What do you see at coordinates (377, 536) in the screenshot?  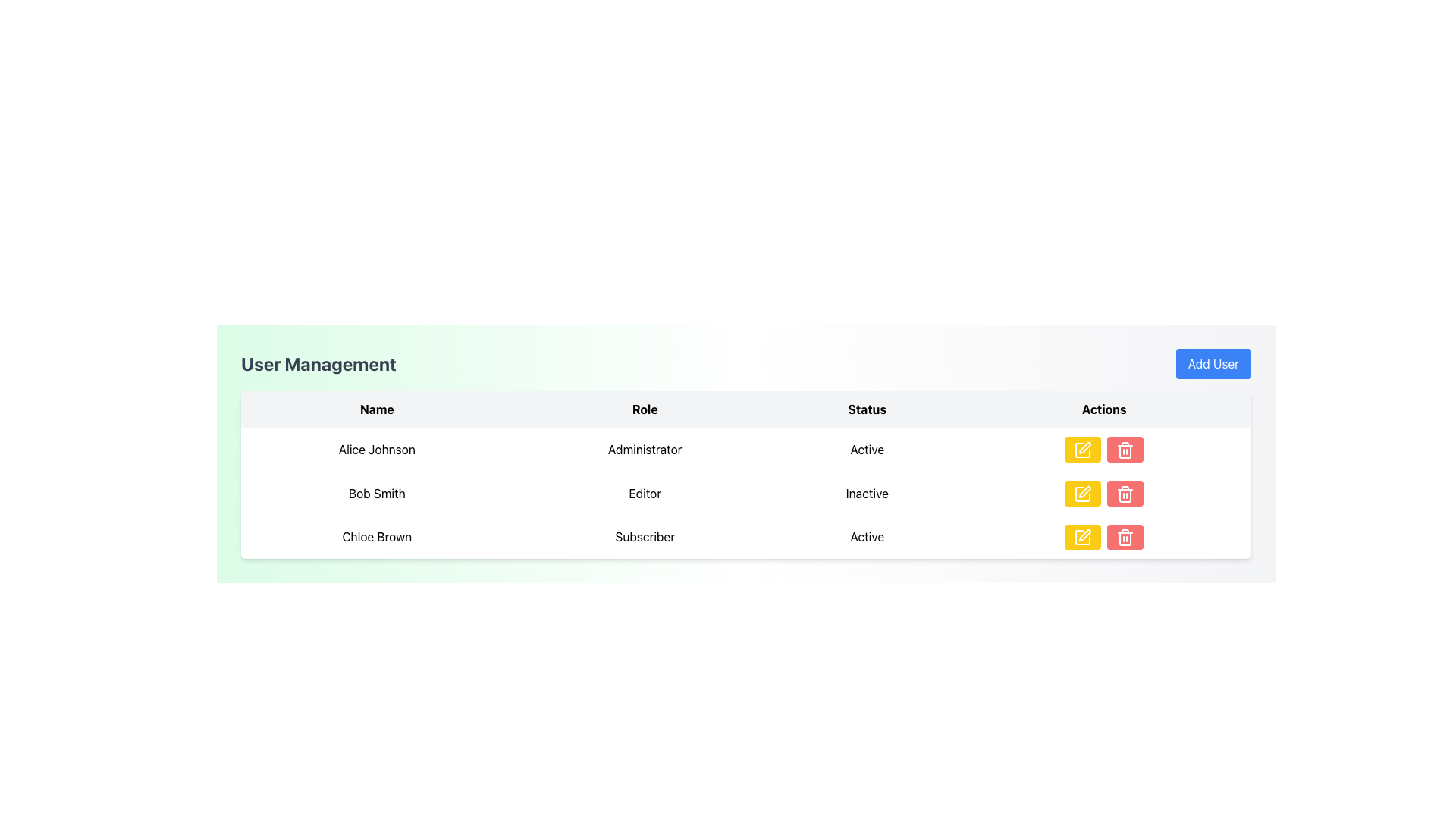 I see `the Static Text Label displaying 'Chloe Brown' in the third row of the user management table` at bounding box center [377, 536].